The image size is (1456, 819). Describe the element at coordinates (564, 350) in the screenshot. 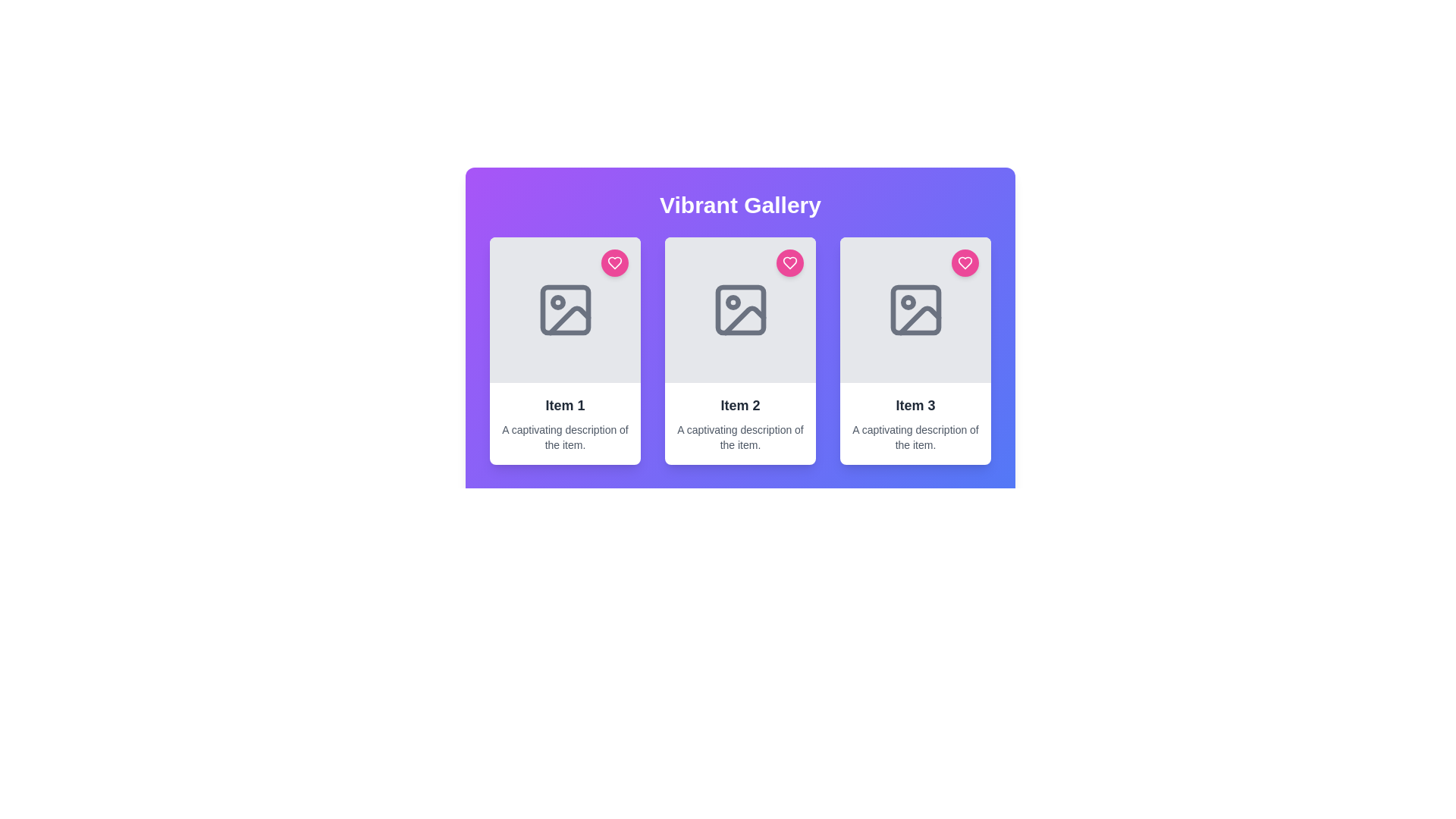

I see `the first Card element in the grid that displays an item summary` at that location.